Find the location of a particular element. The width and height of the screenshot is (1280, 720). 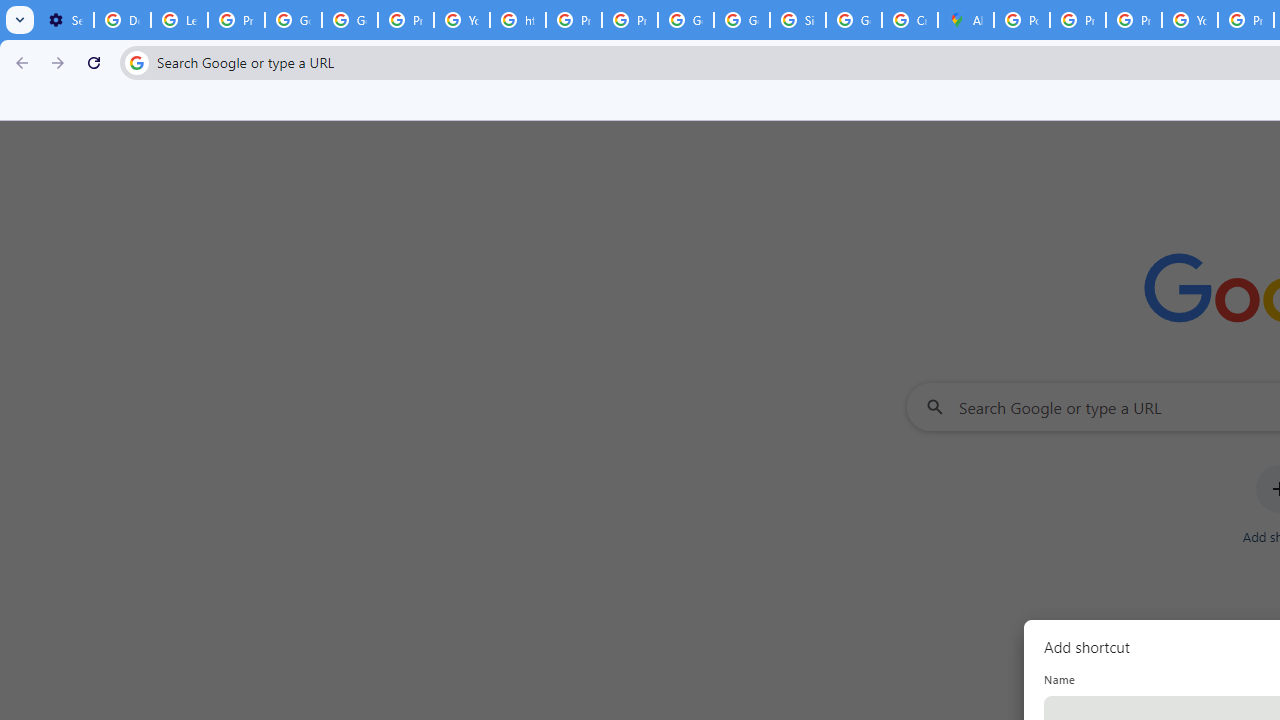

'Create your Google Account' is located at coordinates (909, 20).